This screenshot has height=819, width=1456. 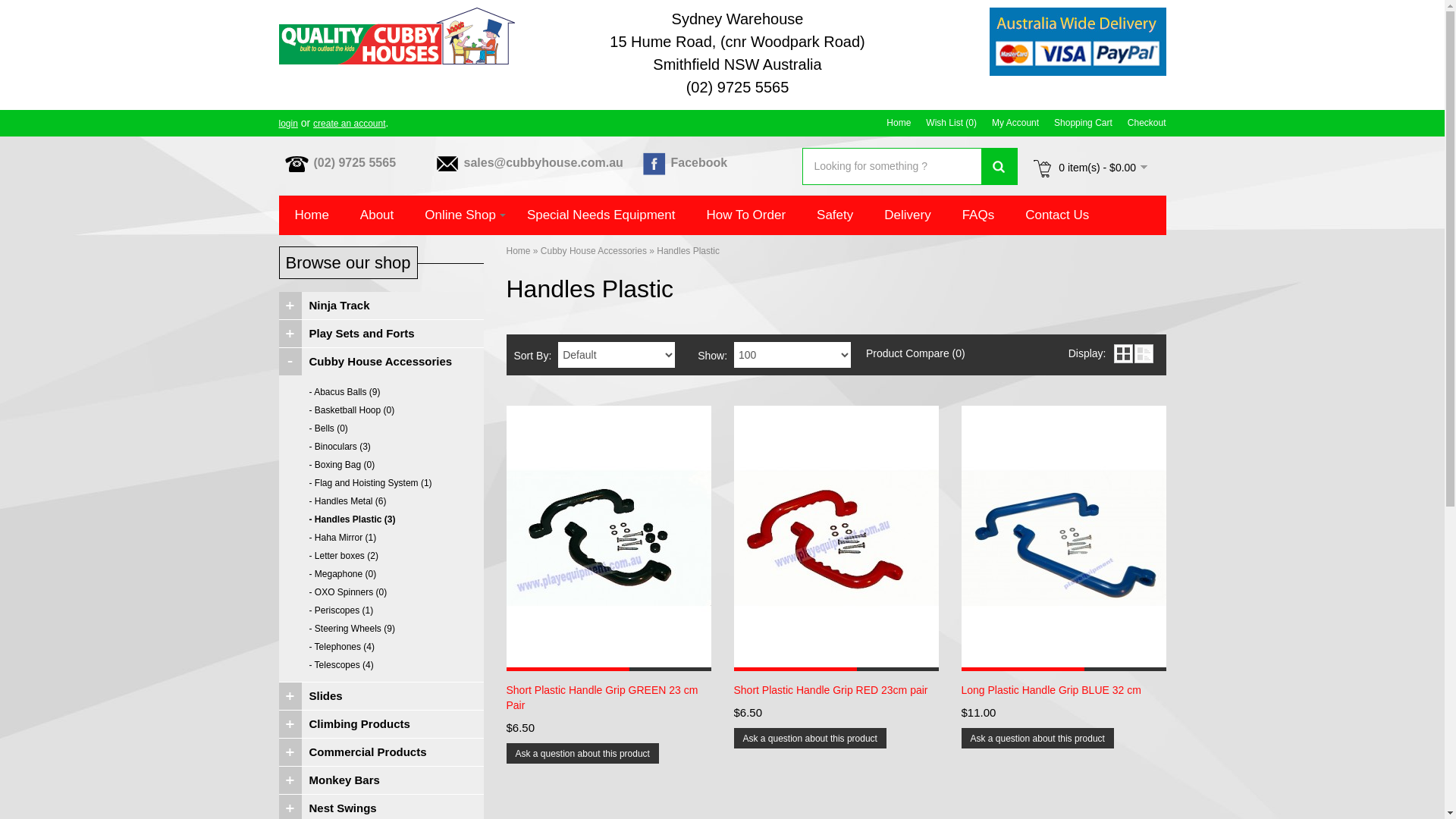 What do you see at coordinates (1062, 537) in the screenshot?
I see `'Long Plastic Handle Grip BLUE 32 cm '` at bounding box center [1062, 537].